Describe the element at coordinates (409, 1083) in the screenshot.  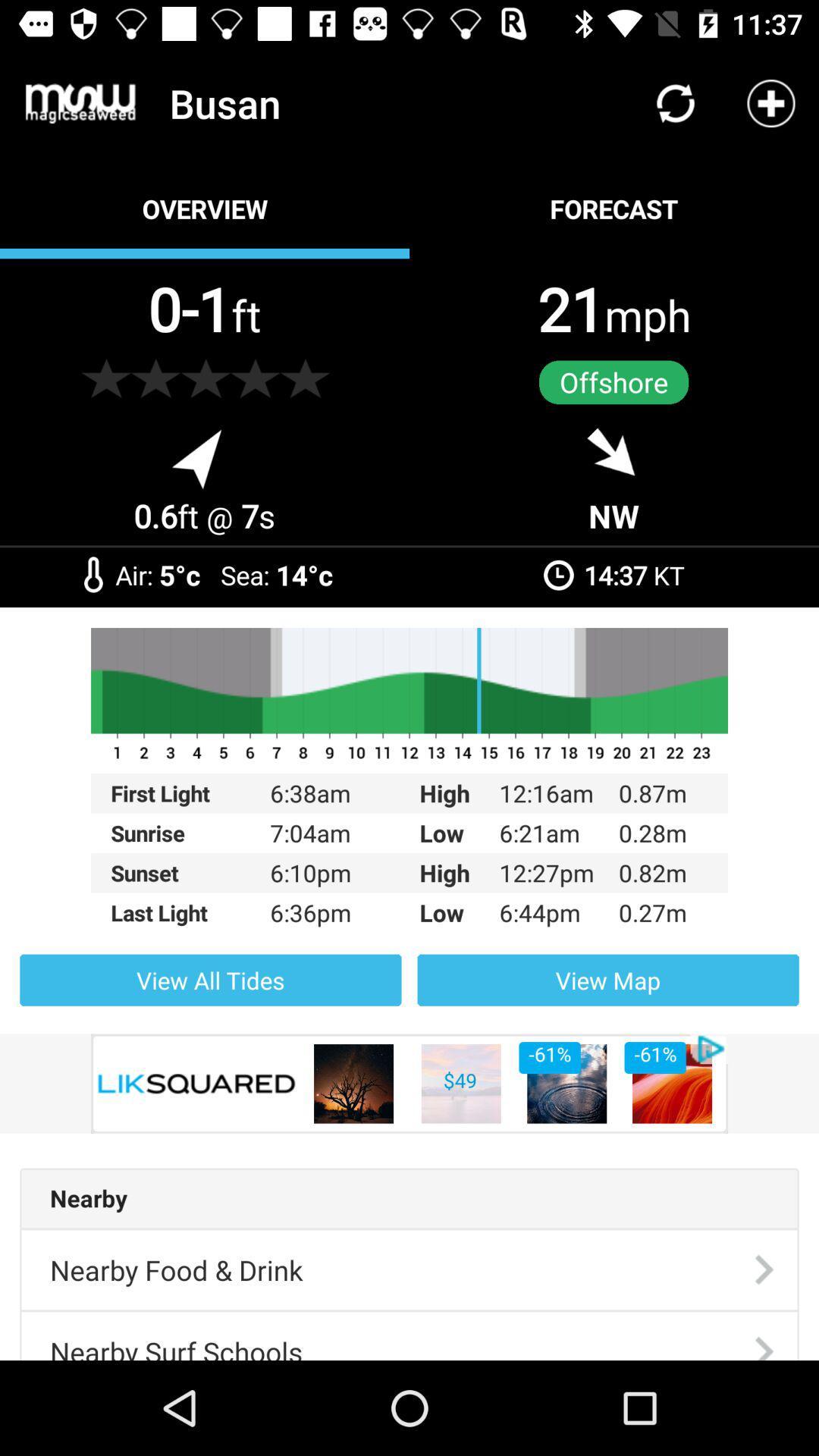
I see `the item below view all tides` at that location.